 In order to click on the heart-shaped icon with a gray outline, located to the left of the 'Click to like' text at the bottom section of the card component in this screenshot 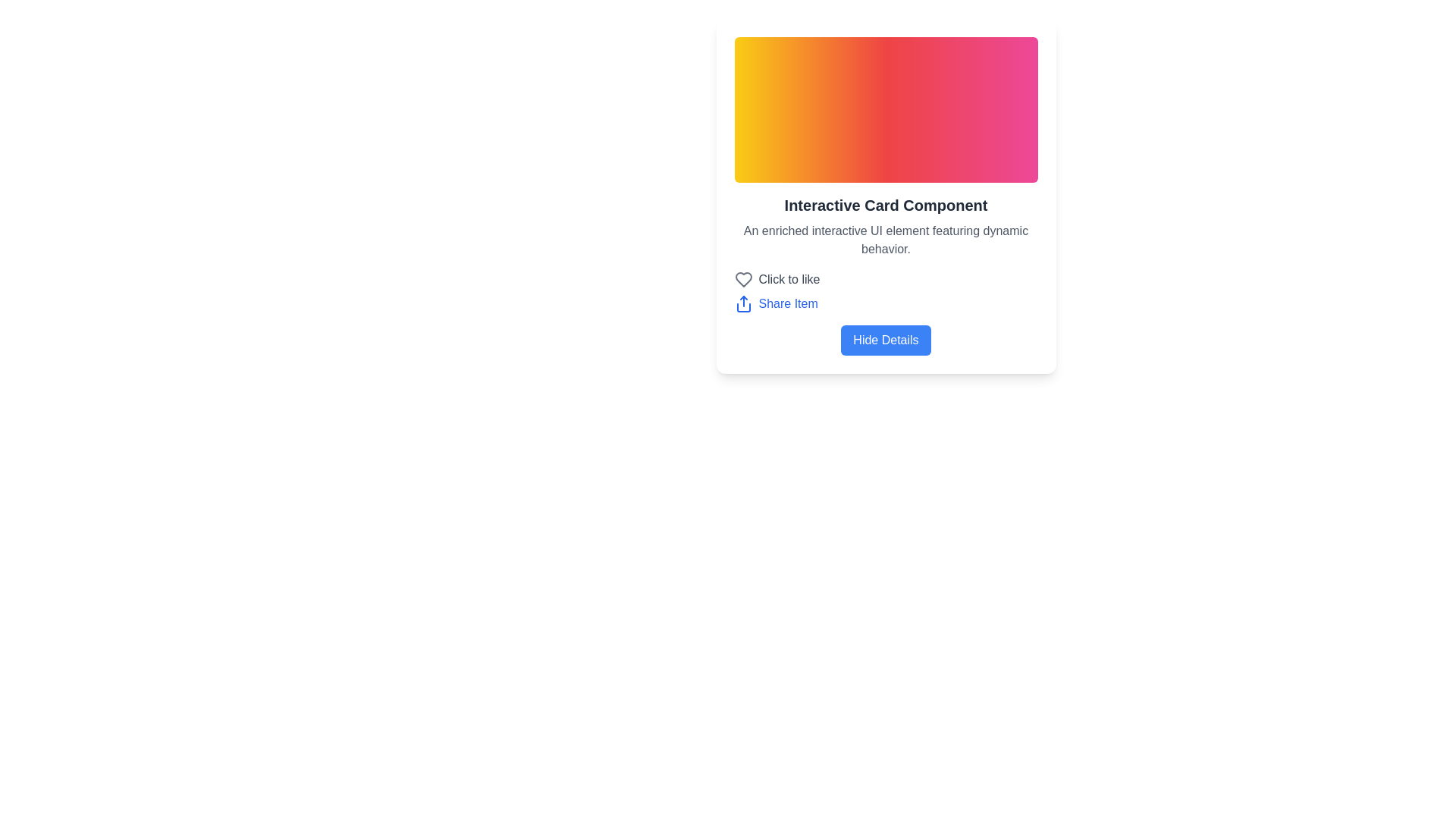, I will do `click(743, 280)`.